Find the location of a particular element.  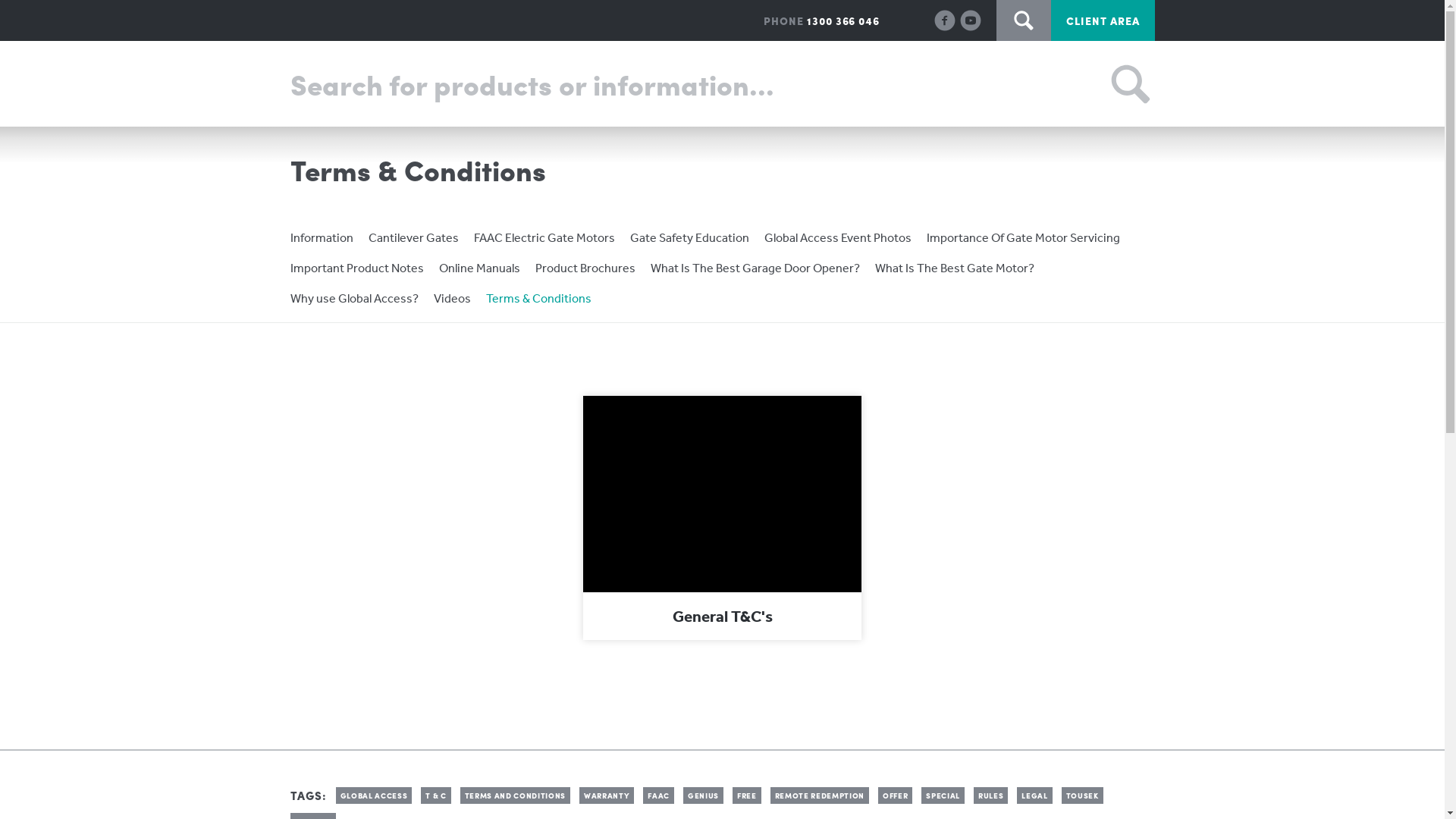

'Cantilever Gates' is located at coordinates (413, 237).